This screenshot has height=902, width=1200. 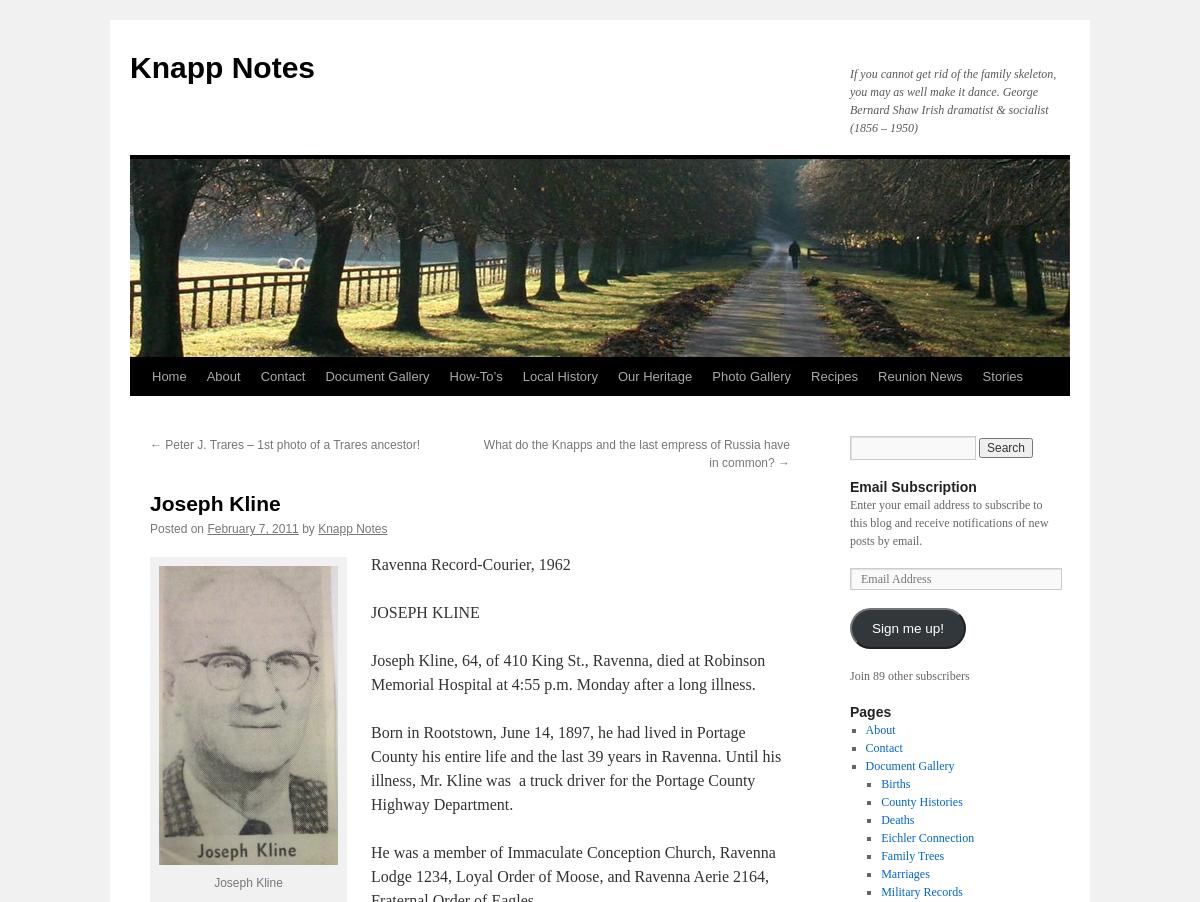 What do you see at coordinates (371, 611) in the screenshot?
I see `'JOSEPH KLINE'` at bounding box center [371, 611].